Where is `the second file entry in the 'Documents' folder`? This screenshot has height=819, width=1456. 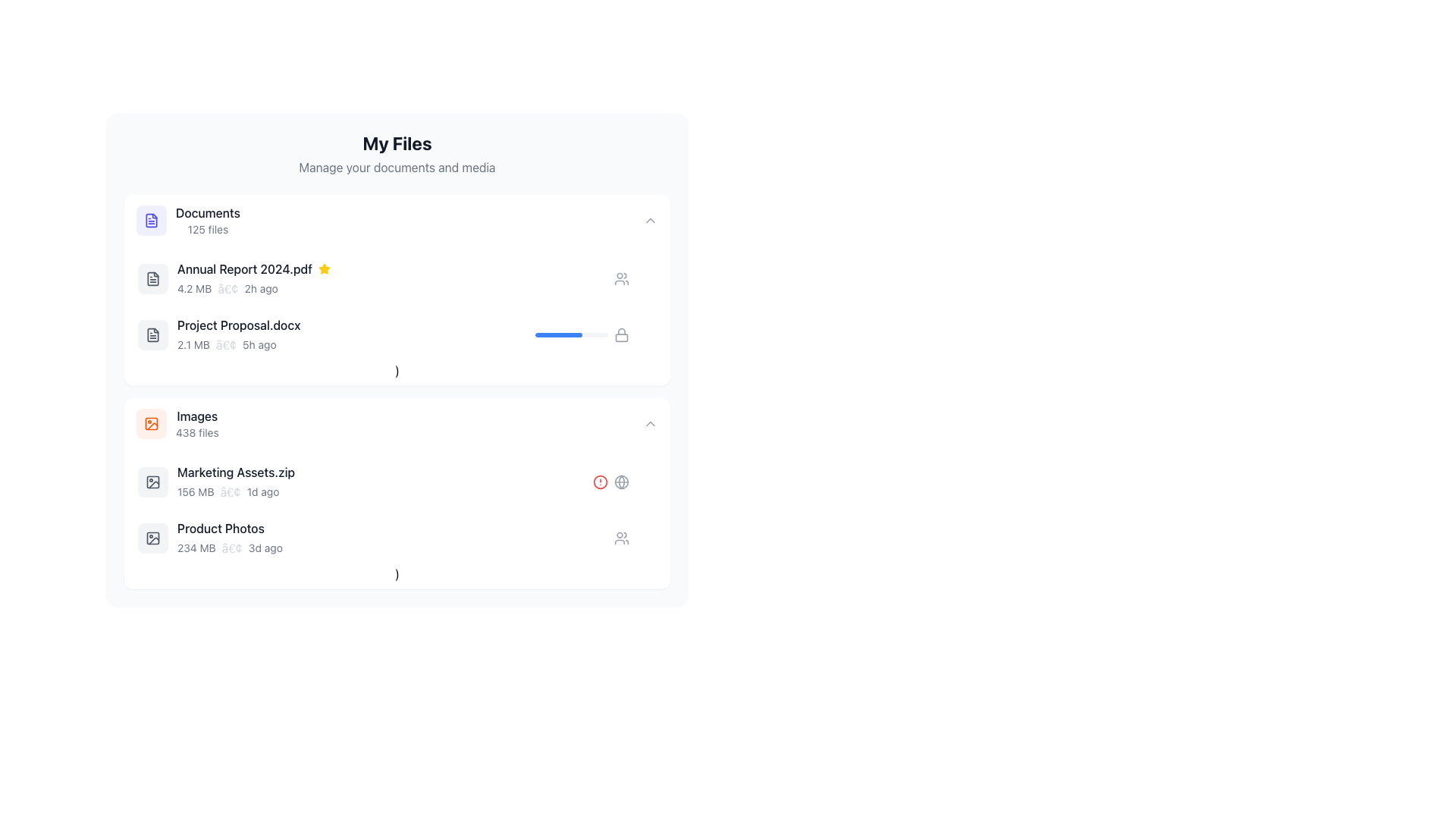 the second file entry in the 'Documents' folder is located at coordinates (397, 334).